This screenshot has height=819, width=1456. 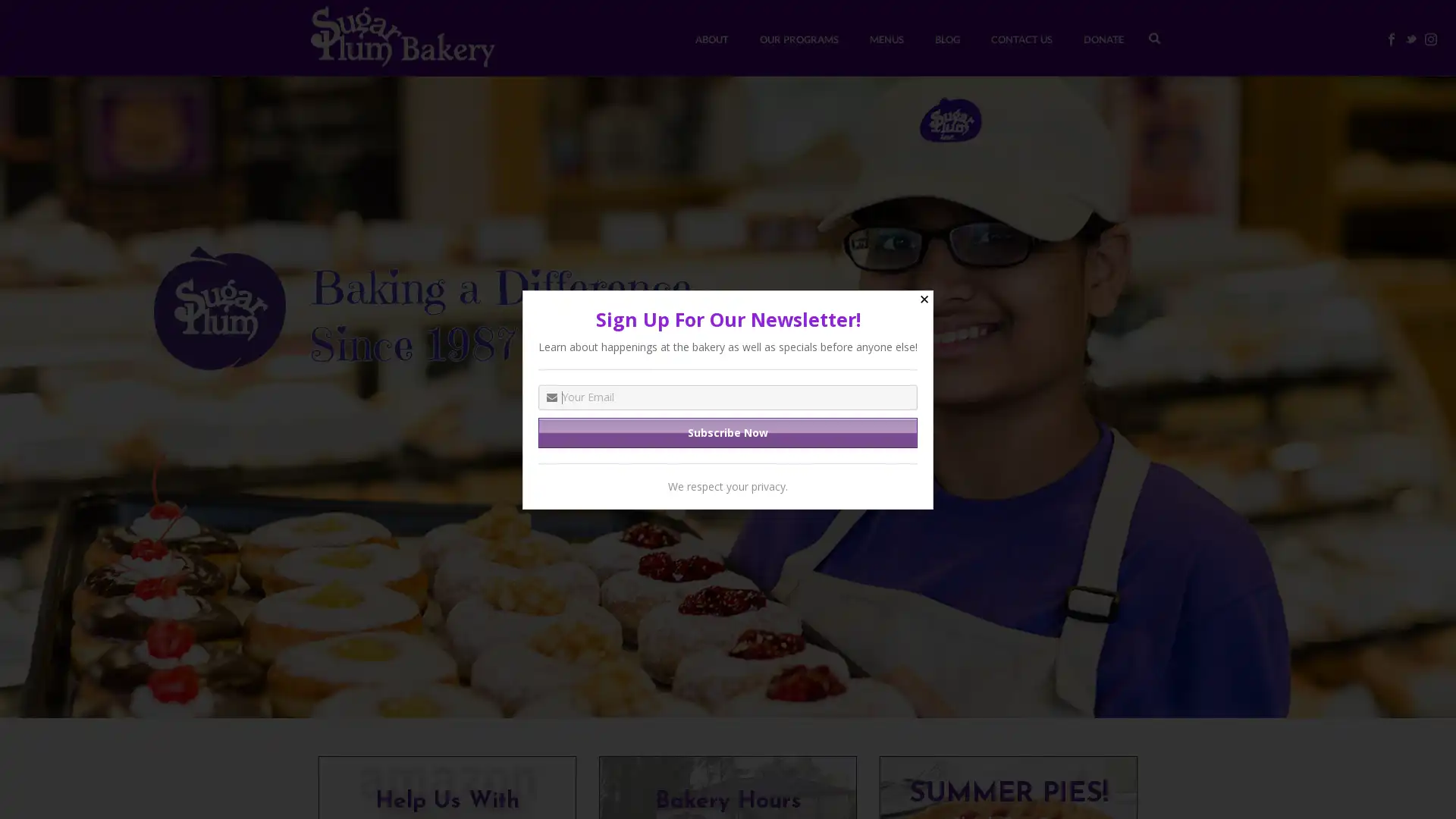 What do you see at coordinates (728, 432) in the screenshot?
I see `Subscribe Now` at bounding box center [728, 432].